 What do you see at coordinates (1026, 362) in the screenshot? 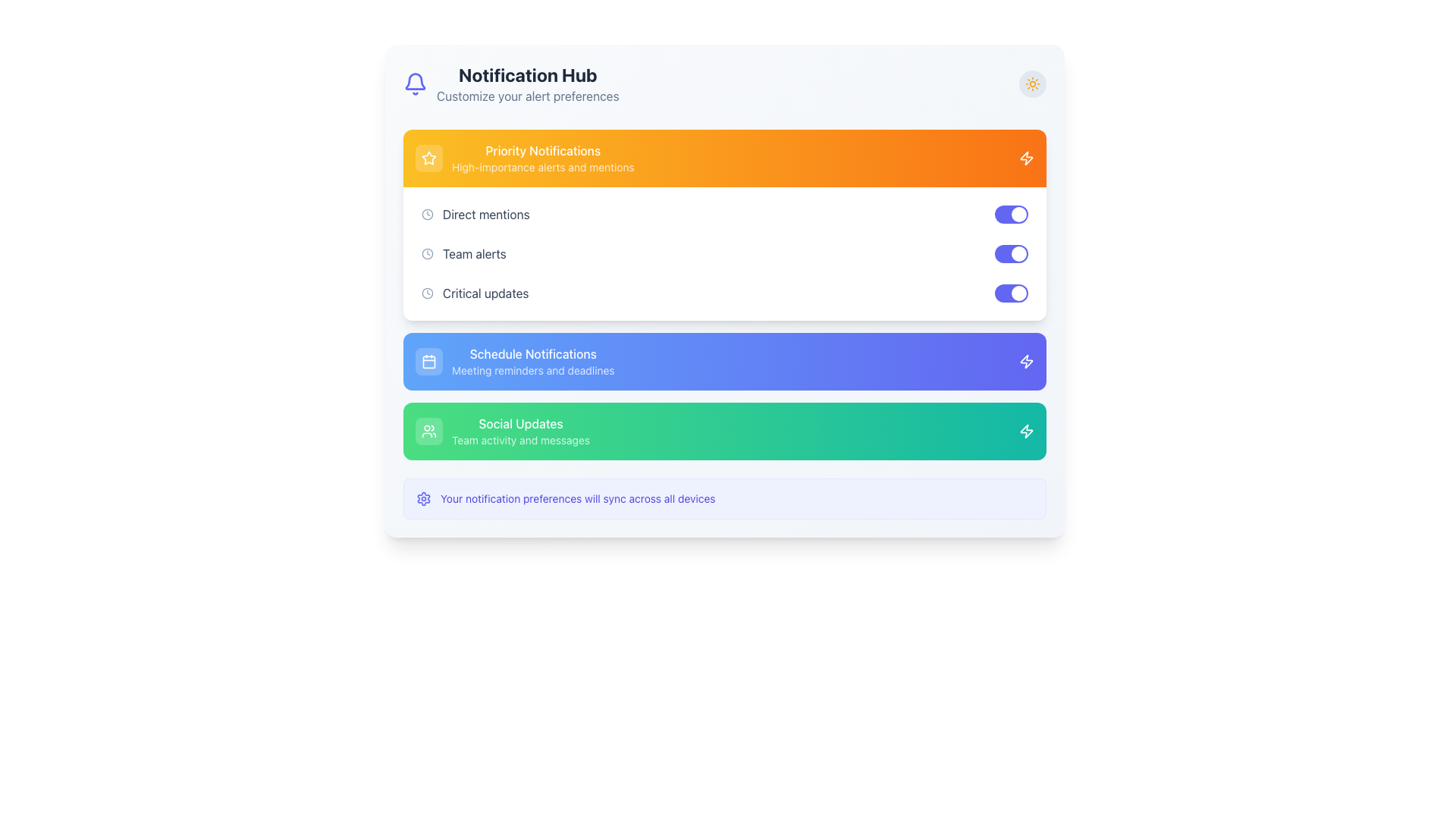
I see `the lightning bolt-shaped icon located on the right-hand side of the 'Schedule Notifications' button in the Notification Hub interface, which is styled as an SVG image filled with white color on a blue background` at bounding box center [1026, 362].